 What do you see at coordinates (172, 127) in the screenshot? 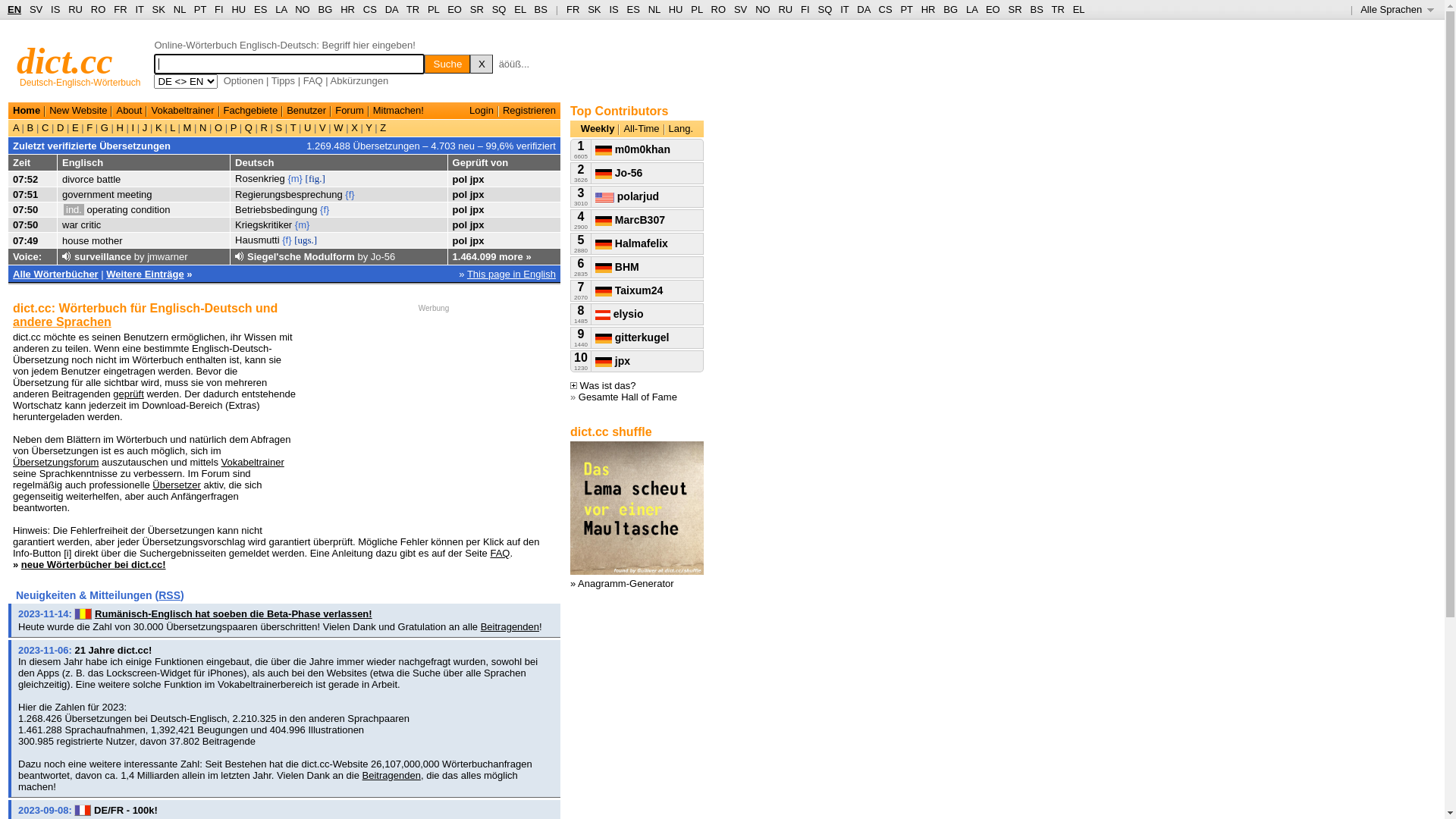
I see `'L'` at bounding box center [172, 127].